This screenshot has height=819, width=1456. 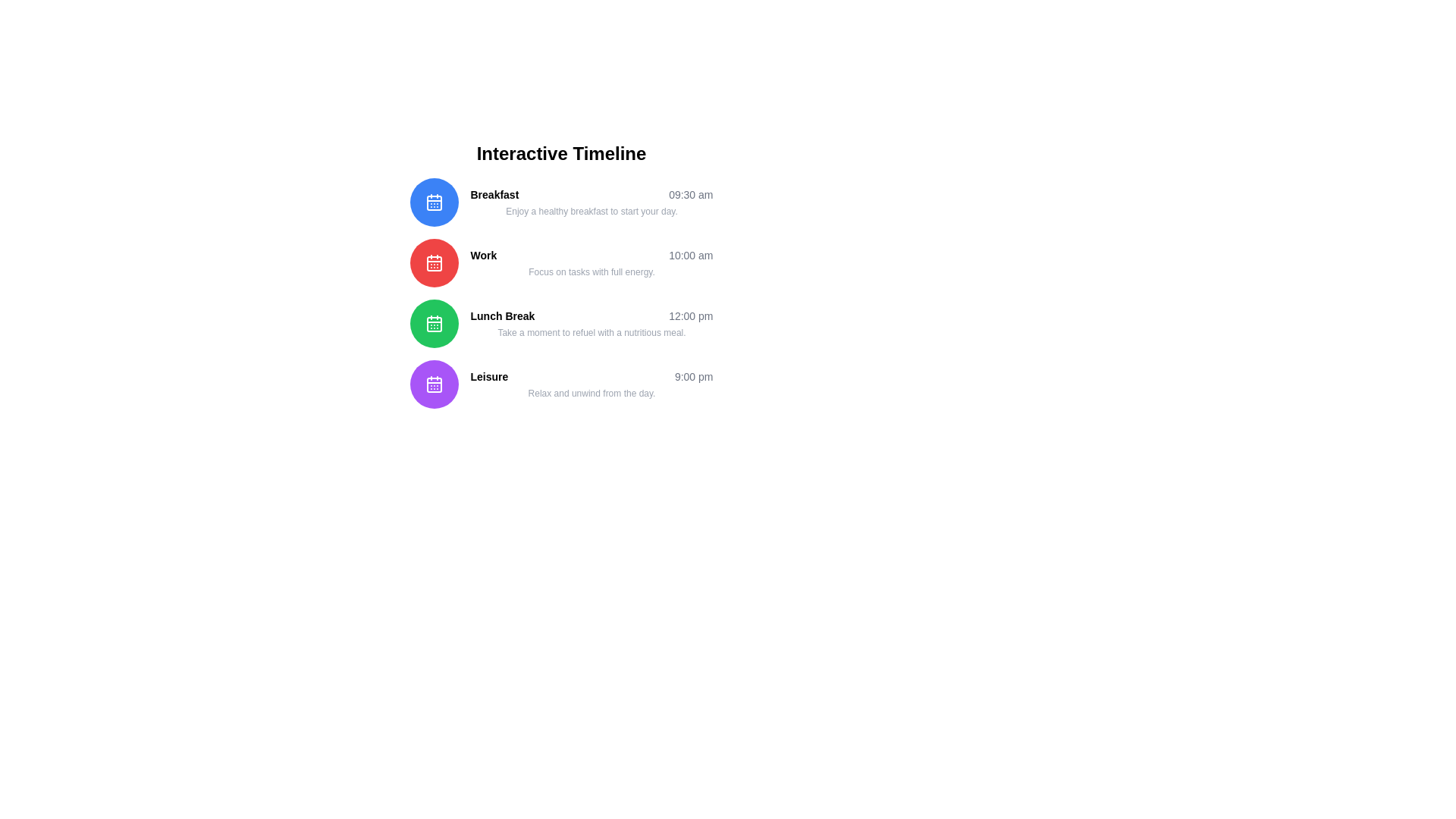 I want to click on the static text element labeled 'Work' on the interactive timeline, positioned to the right of the red calendar icon and left of '10:00 am', so click(x=482, y=254).